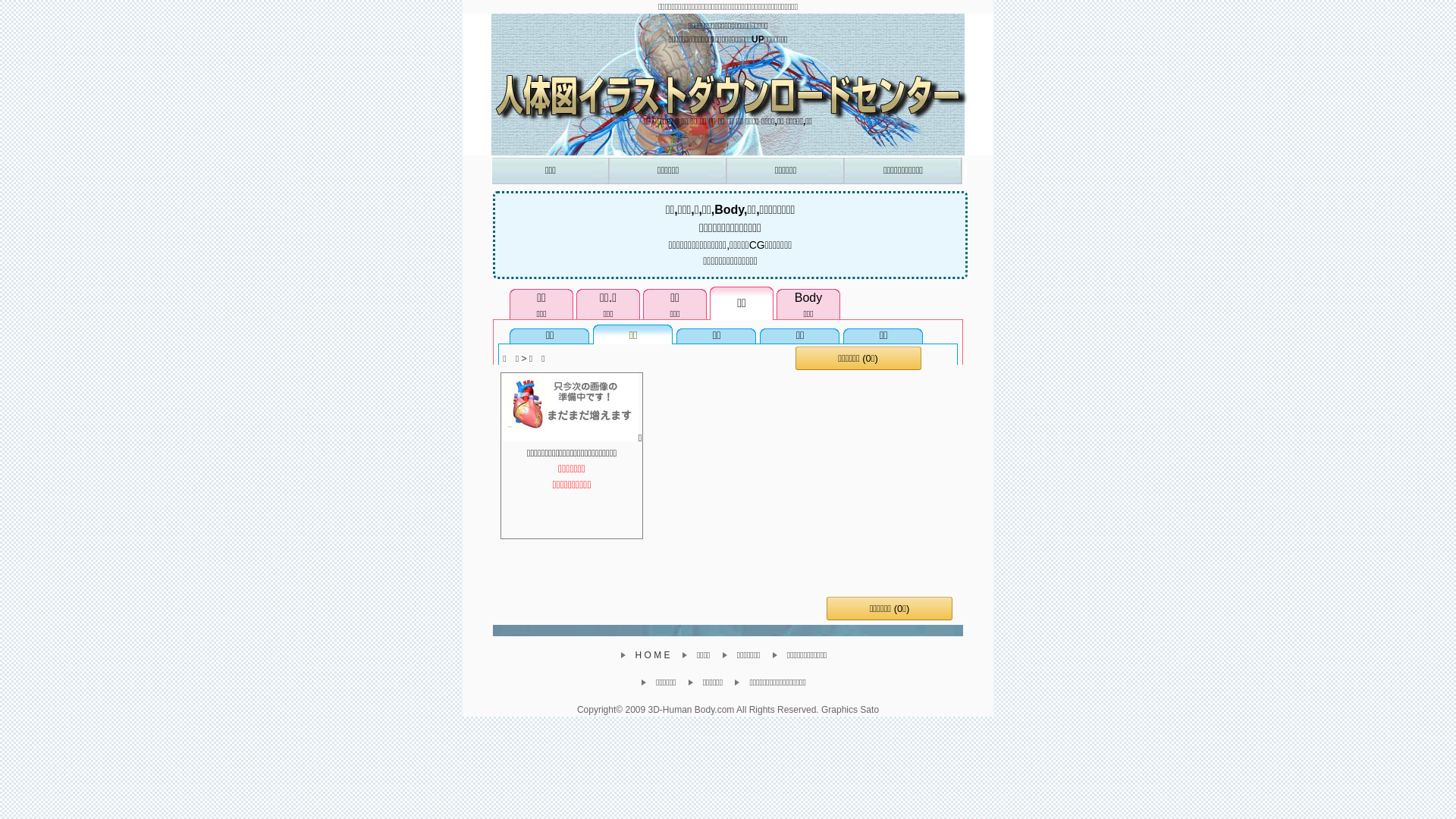  What do you see at coordinates (650, 654) in the screenshot?
I see `'H O M E'` at bounding box center [650, 654].